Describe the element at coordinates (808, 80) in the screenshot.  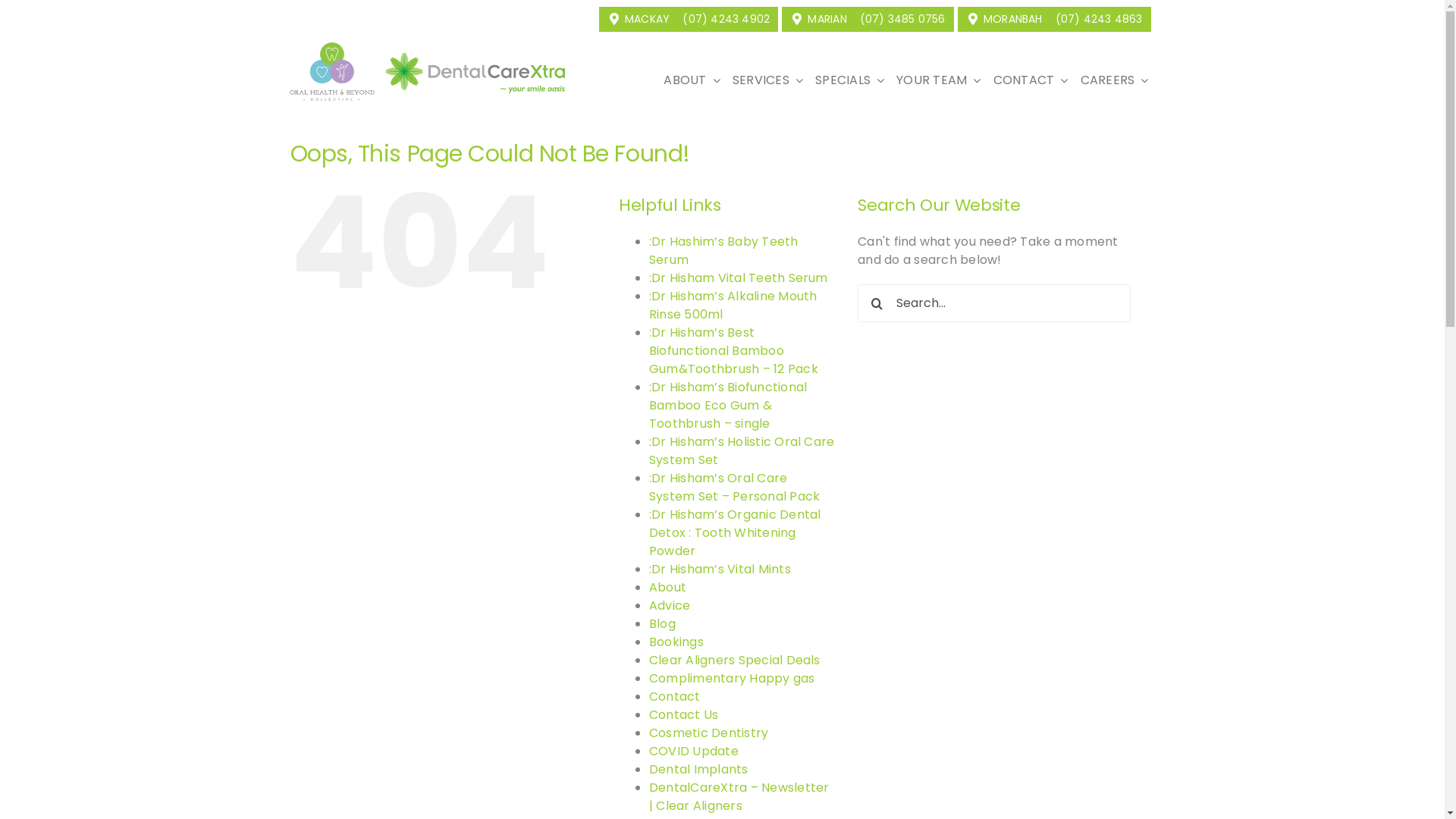
I see `'SPECIALS'` at that location.